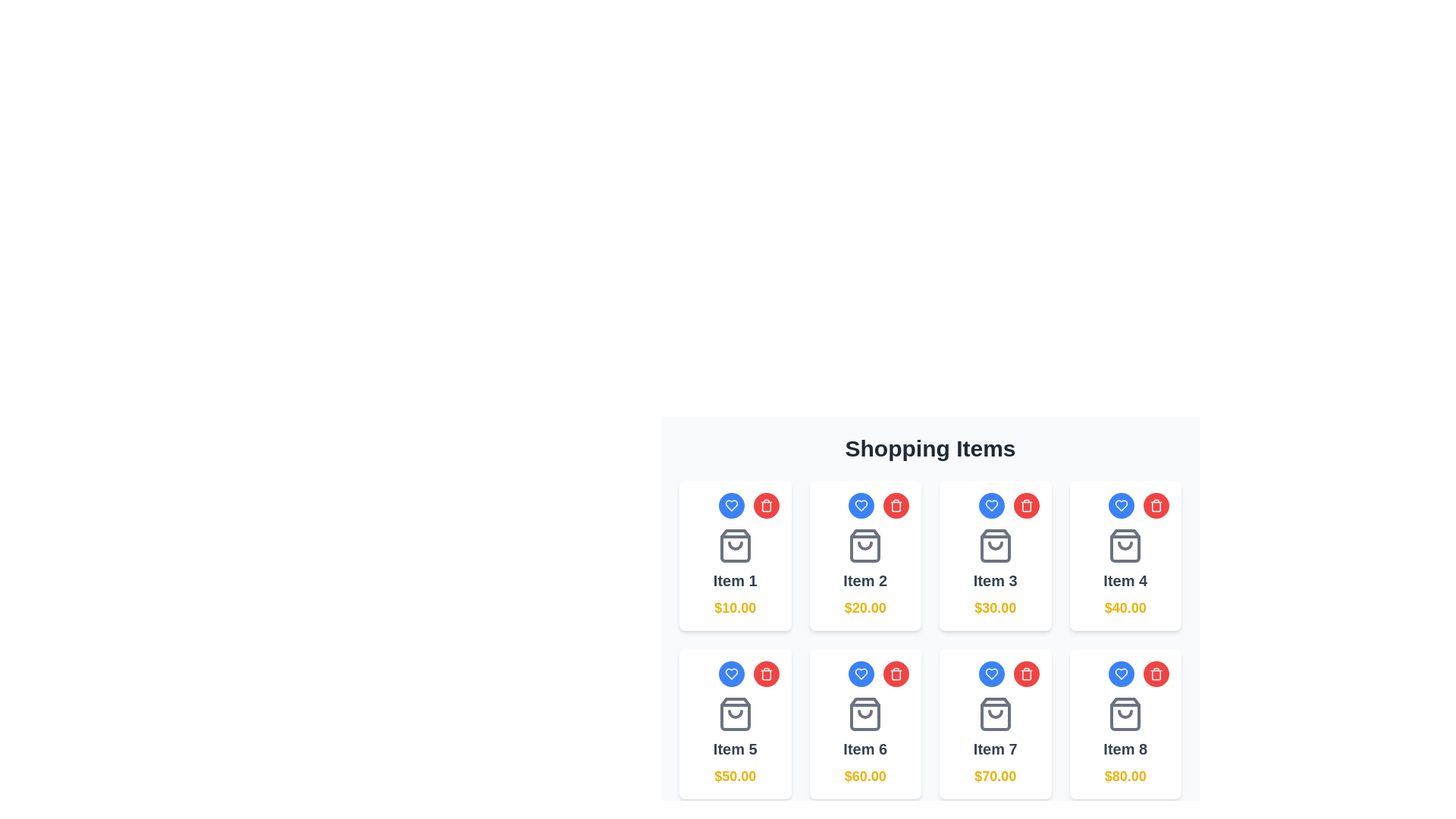 The height and width of the screenshot is (819, 1456). I want to click on the heart icon button located at the top-left corner of the grid structure to mark the item as favorite, so click(731, 506).